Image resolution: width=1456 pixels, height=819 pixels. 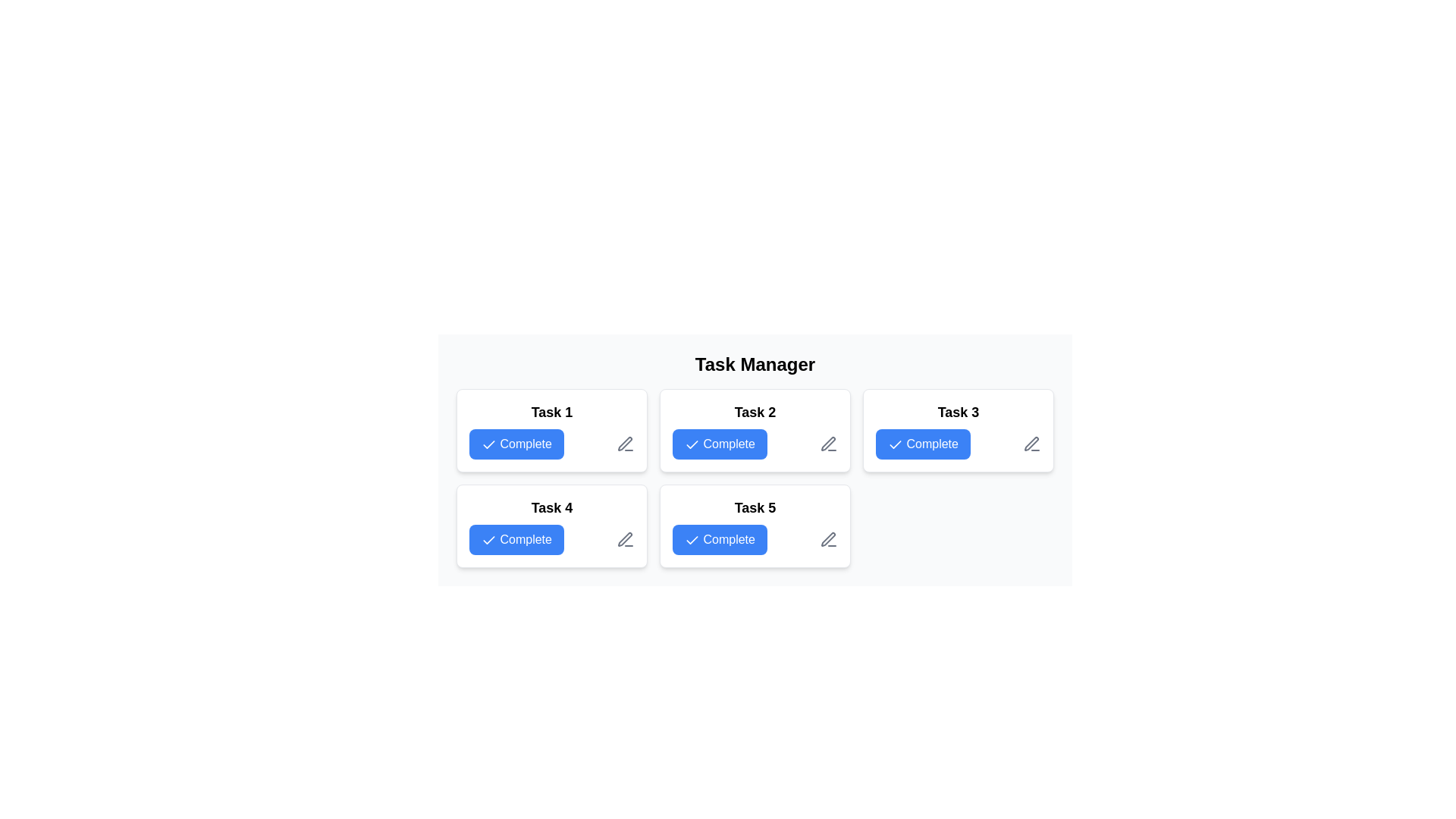 I want to click on the button located in the lower-left section of the task grid to mark 'Task 4' as complete, so click(x=516, y=539).